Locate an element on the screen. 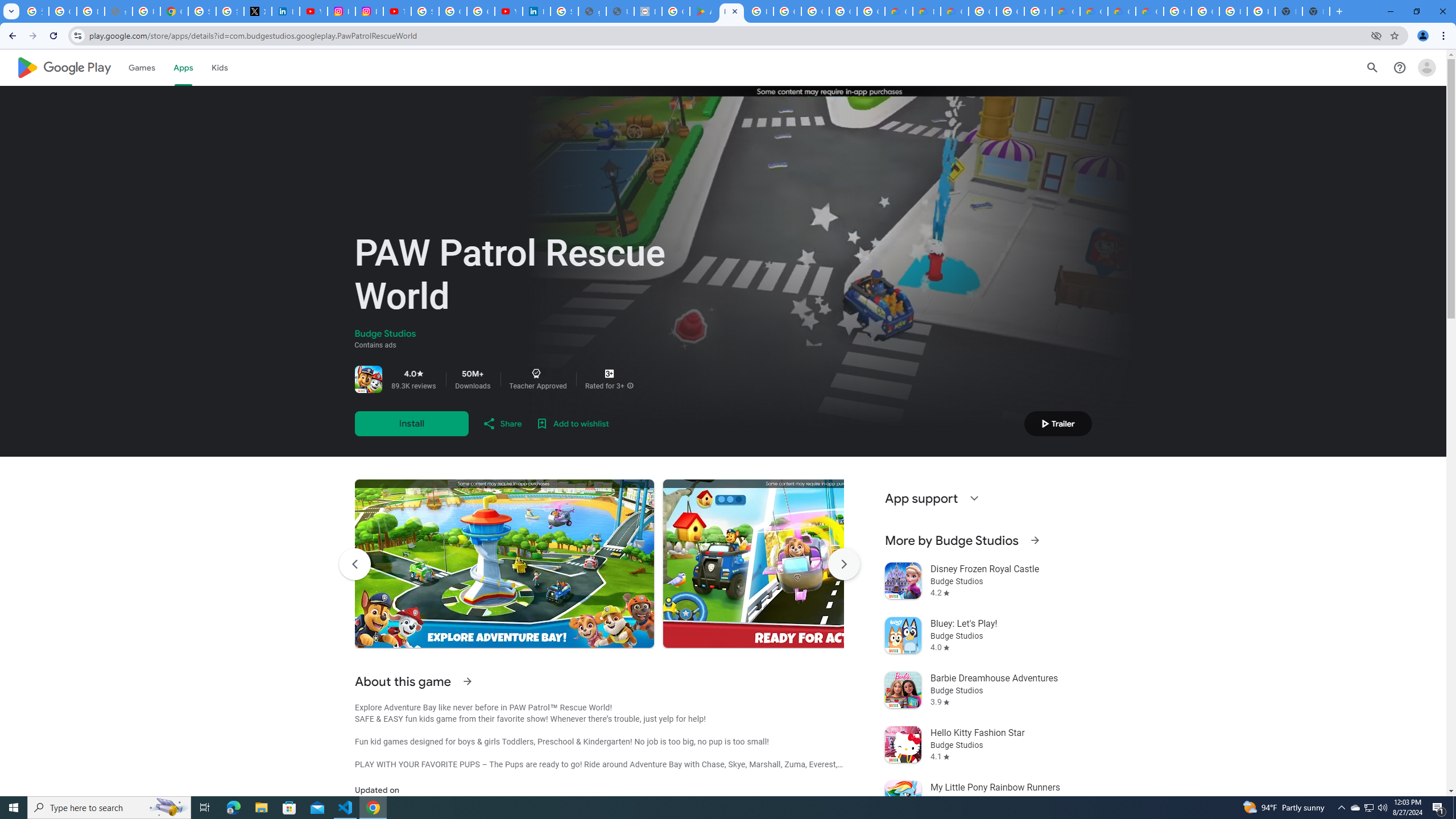  'Install' is located at coordinates (411, 423).